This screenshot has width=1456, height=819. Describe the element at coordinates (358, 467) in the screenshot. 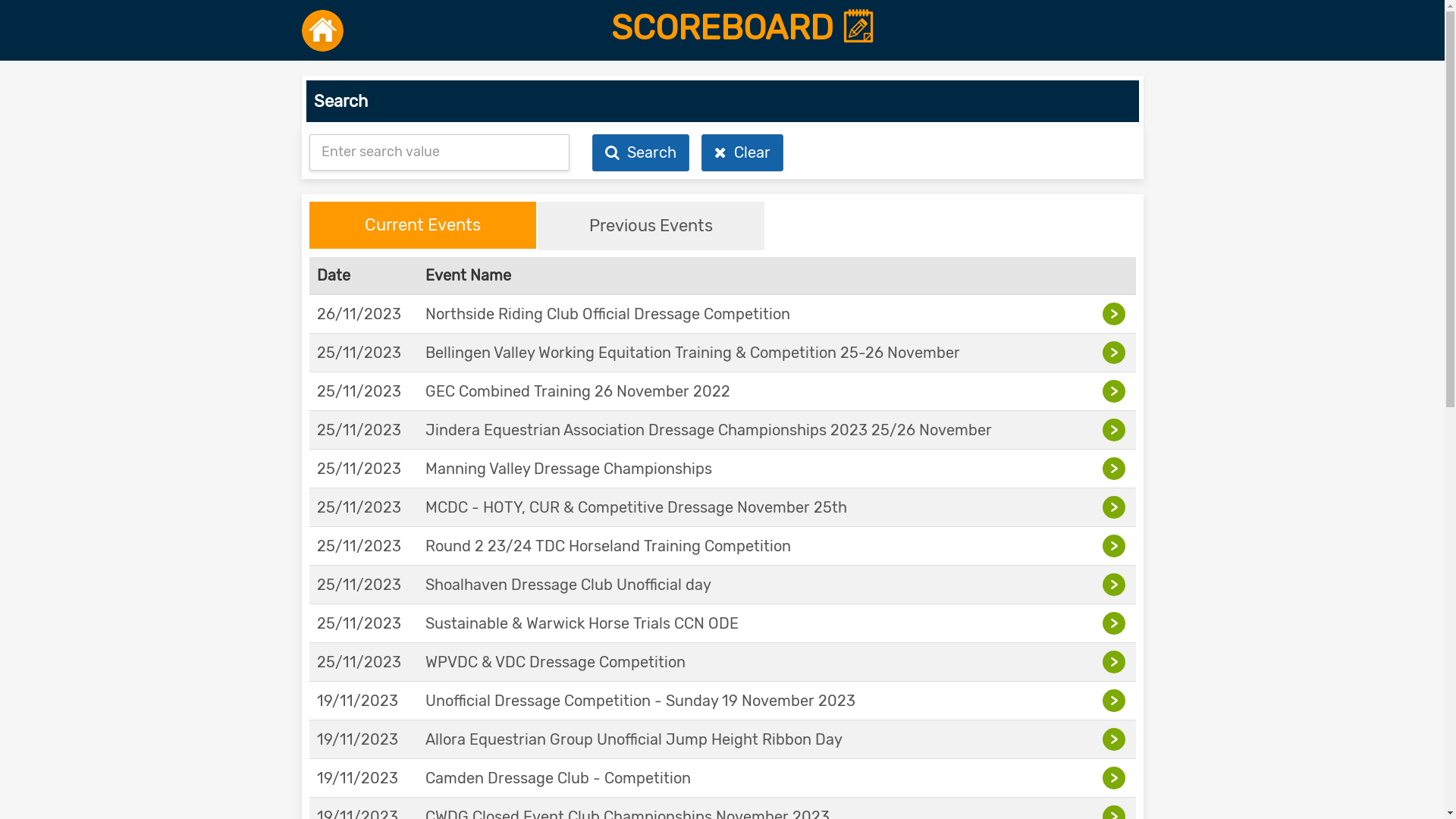

I see `'25/11/2023'` at that location.